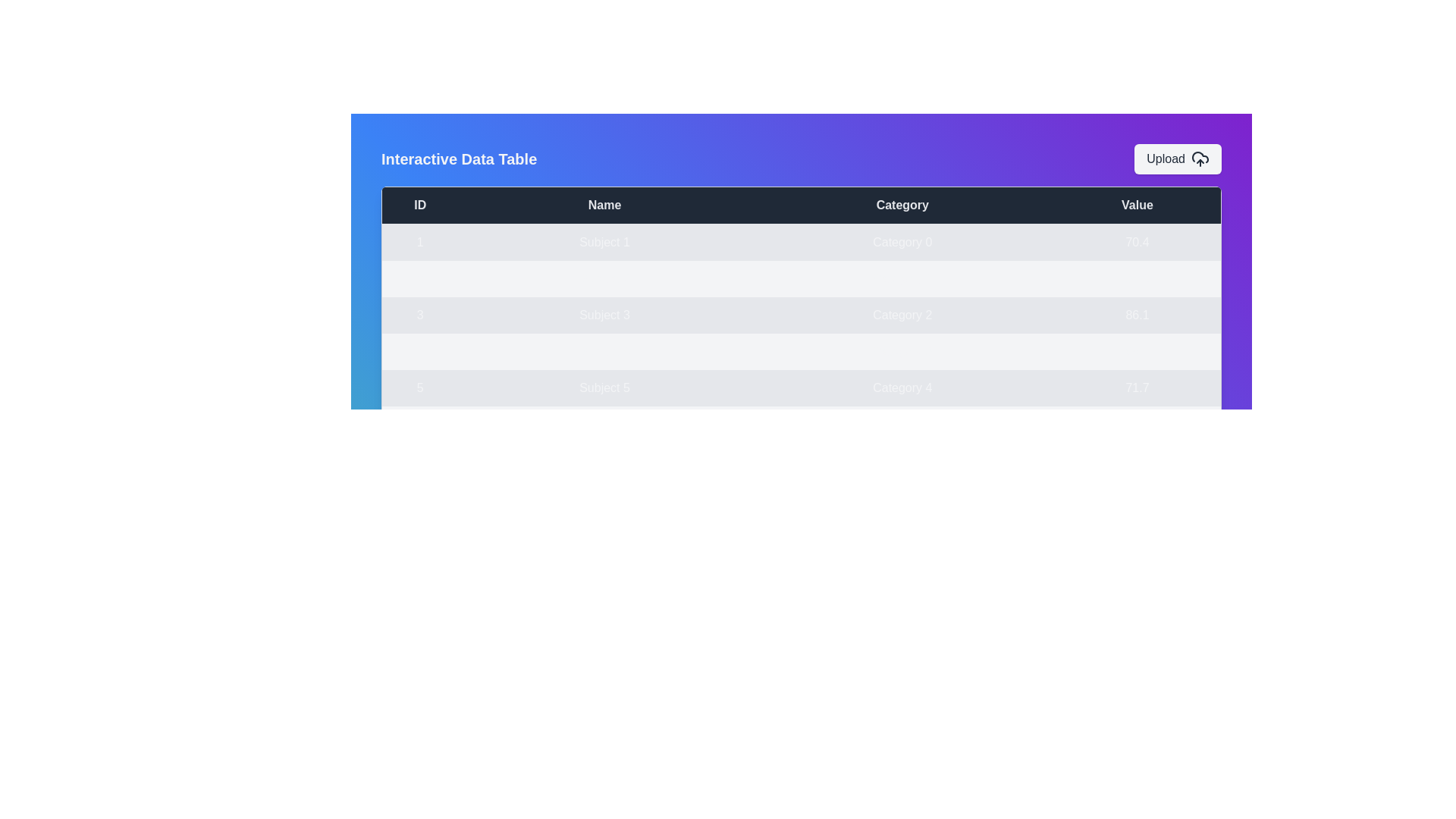  What do you see at coordinates (1137, 205) in the screenshot?
I see `the table header 'Value' to sort the data` at bounding box center [1137, 205].